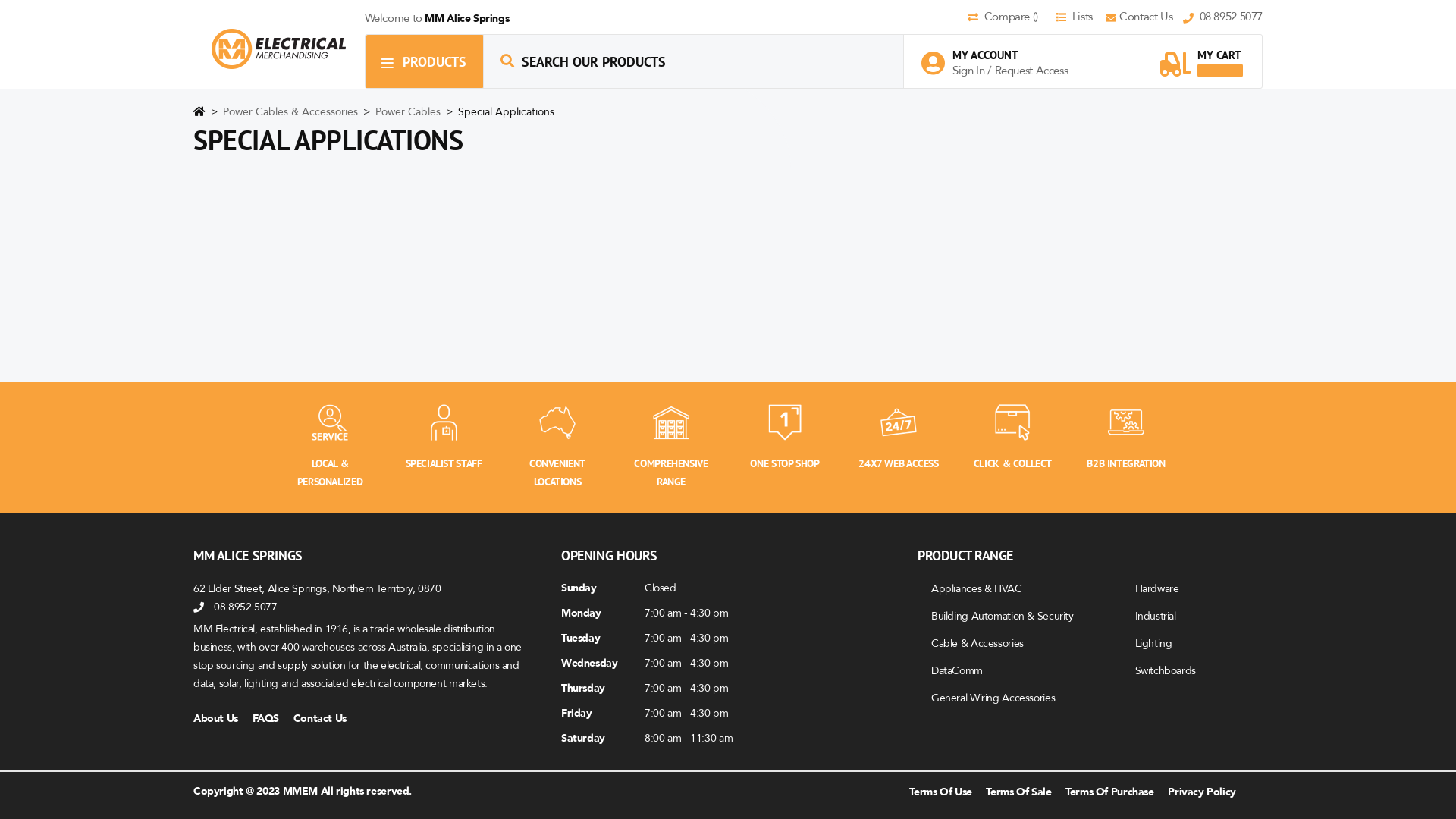  What do you see at coordinates (291, 111) in the screenshot?
I see `'Power Cables & Accessories'` at bounding box center [291, 111].